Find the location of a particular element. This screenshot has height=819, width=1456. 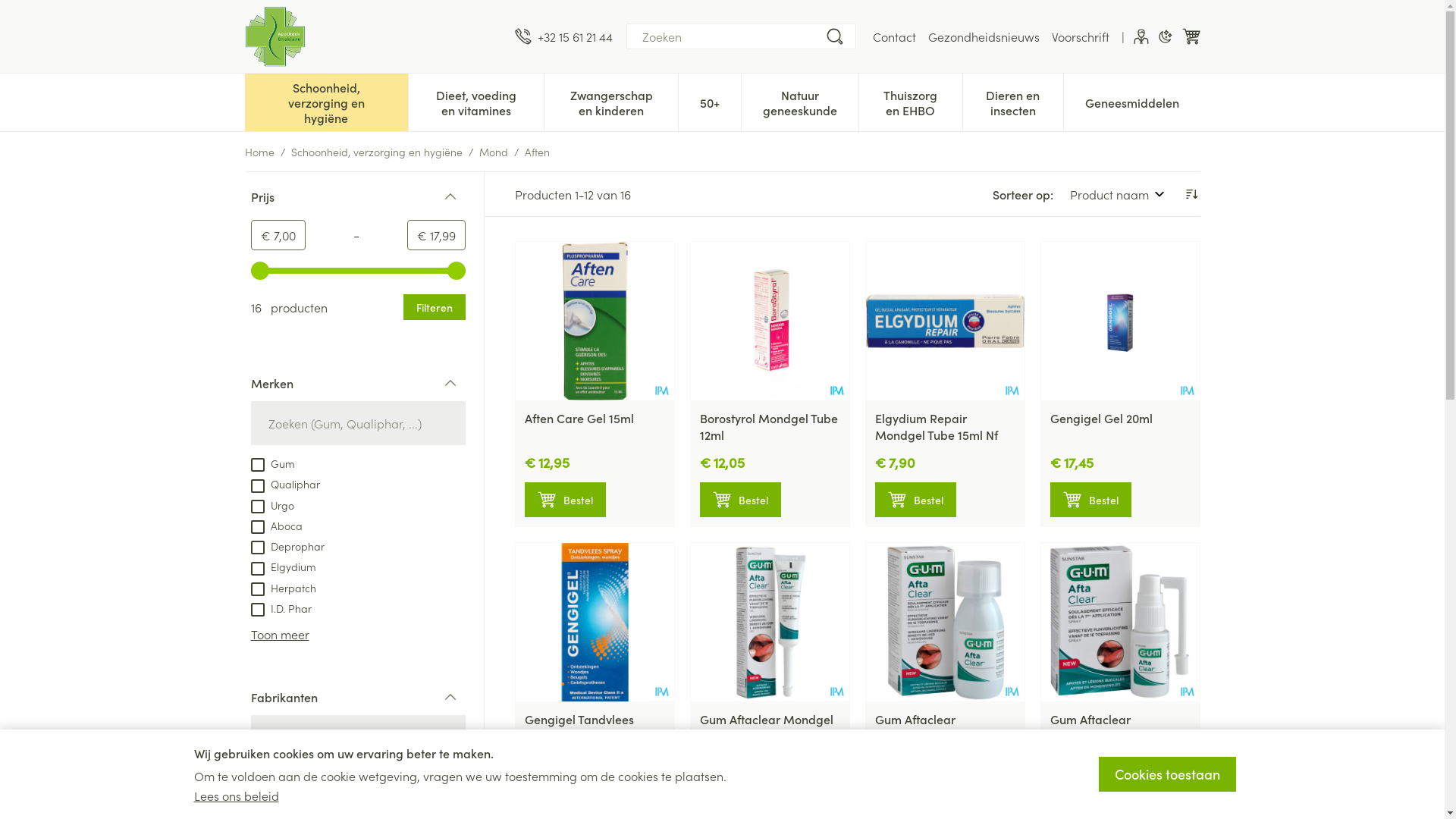

'I.D. Phar' is located at coordinates (250, 607).